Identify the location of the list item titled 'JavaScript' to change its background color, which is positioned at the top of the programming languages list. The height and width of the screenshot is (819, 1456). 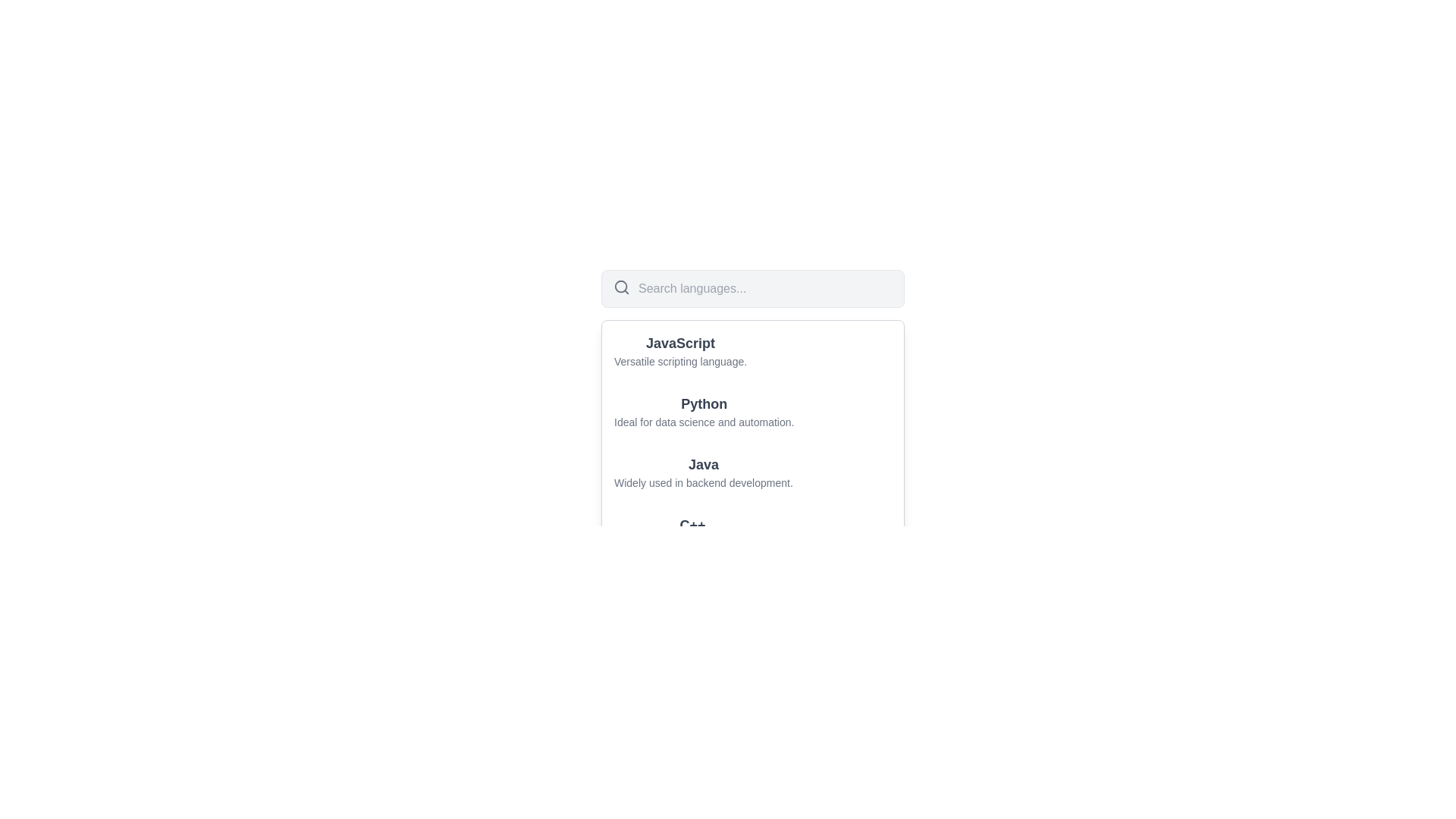
(753, 350).